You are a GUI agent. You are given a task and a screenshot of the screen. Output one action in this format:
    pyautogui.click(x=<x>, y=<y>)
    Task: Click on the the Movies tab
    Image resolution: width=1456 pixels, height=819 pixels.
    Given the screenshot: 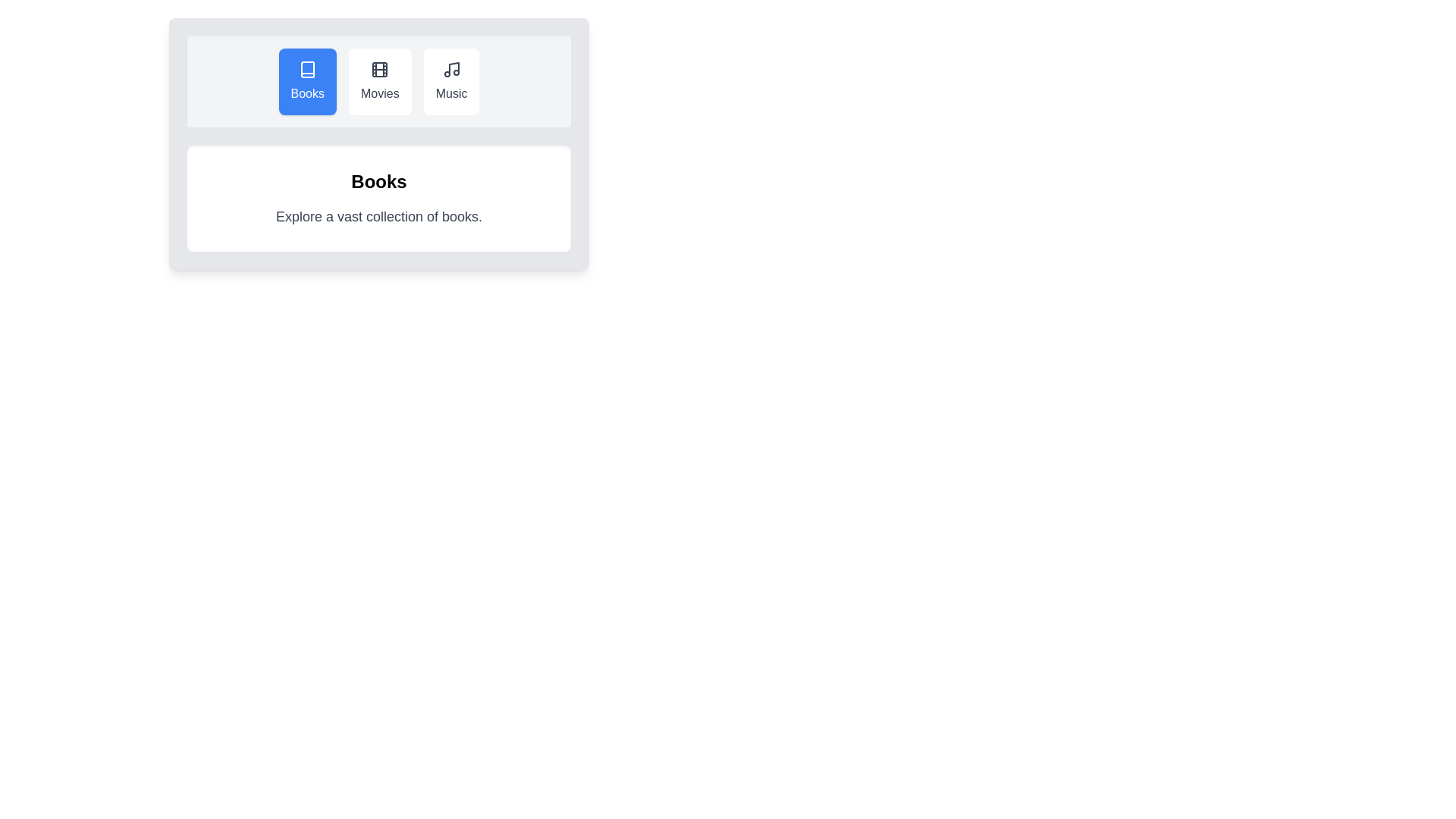 What is the action you would take?
    pyautogui.click(x=380, y=82)
    